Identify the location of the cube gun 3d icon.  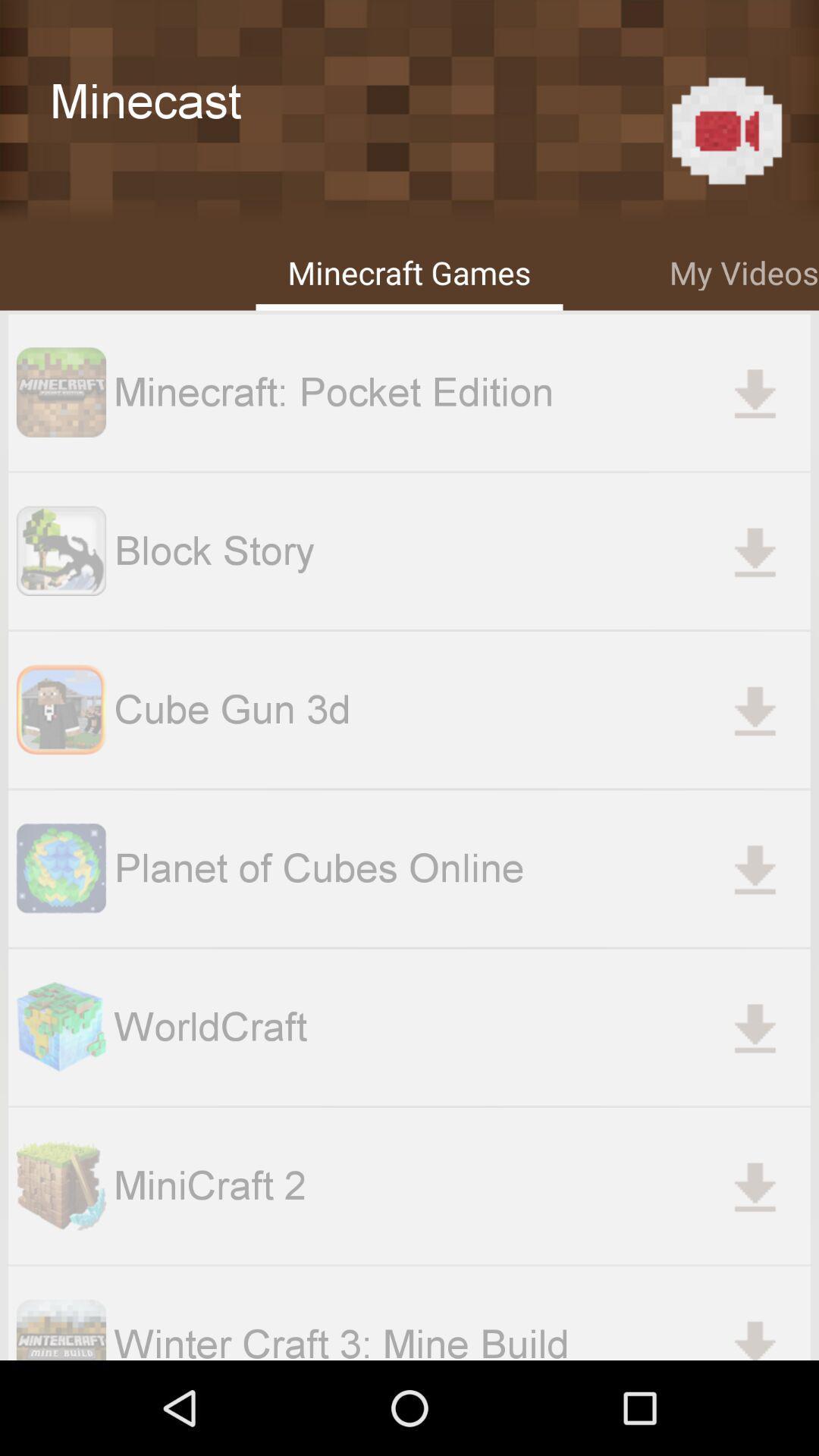
(61, 709).